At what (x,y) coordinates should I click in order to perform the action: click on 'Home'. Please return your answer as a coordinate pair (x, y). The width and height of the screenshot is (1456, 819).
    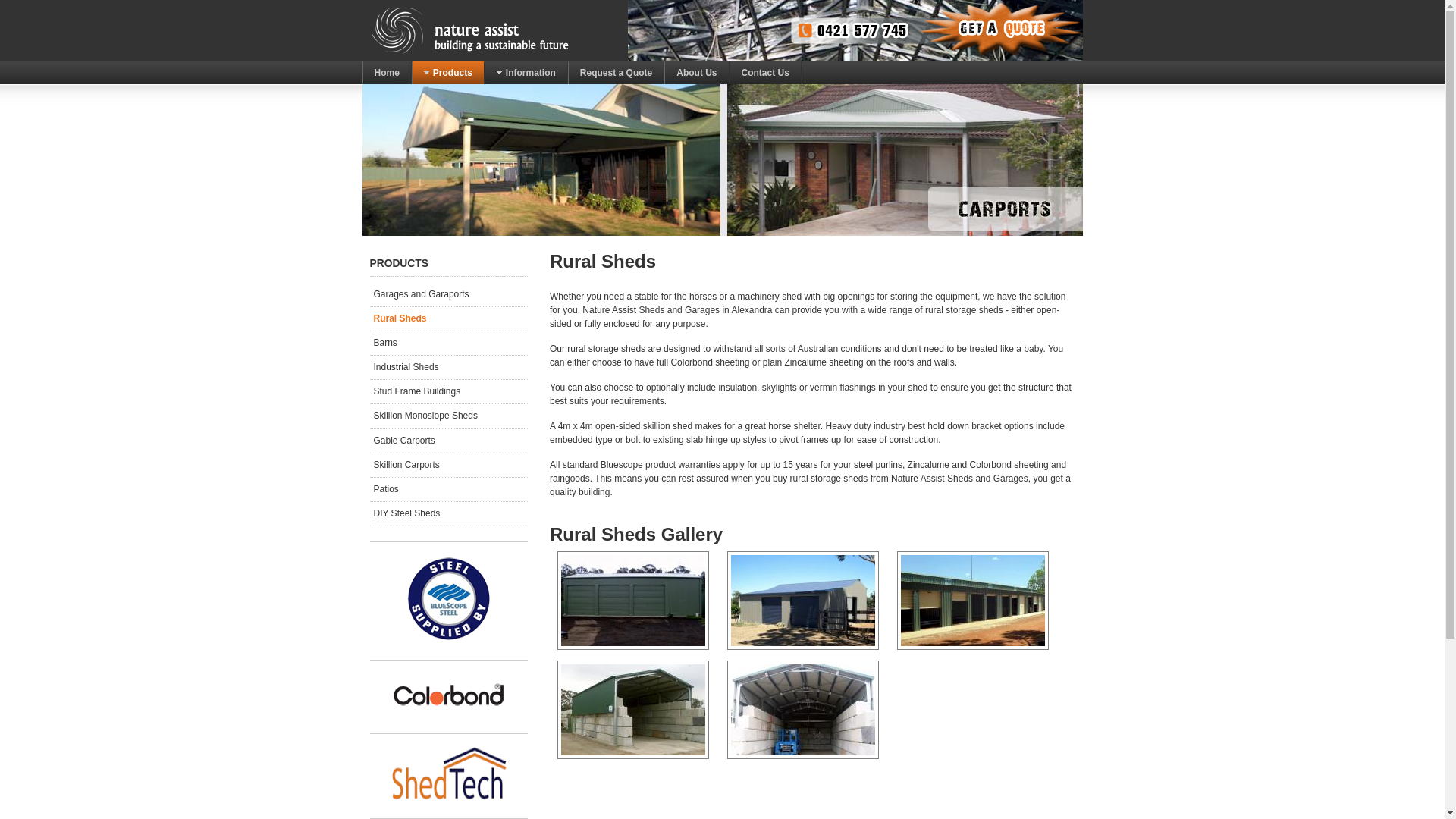
    Looking at the image, I should click on (387, 73).